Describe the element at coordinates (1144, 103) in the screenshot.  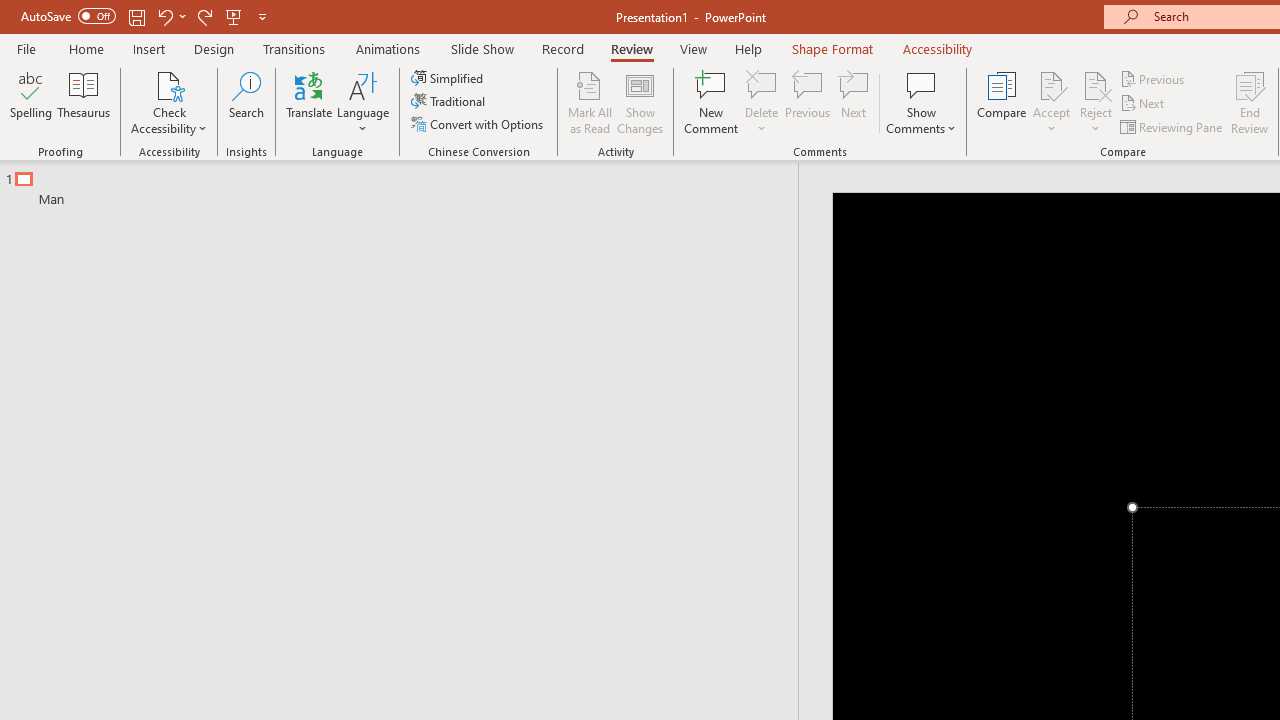
I see `'Next'` at that location.